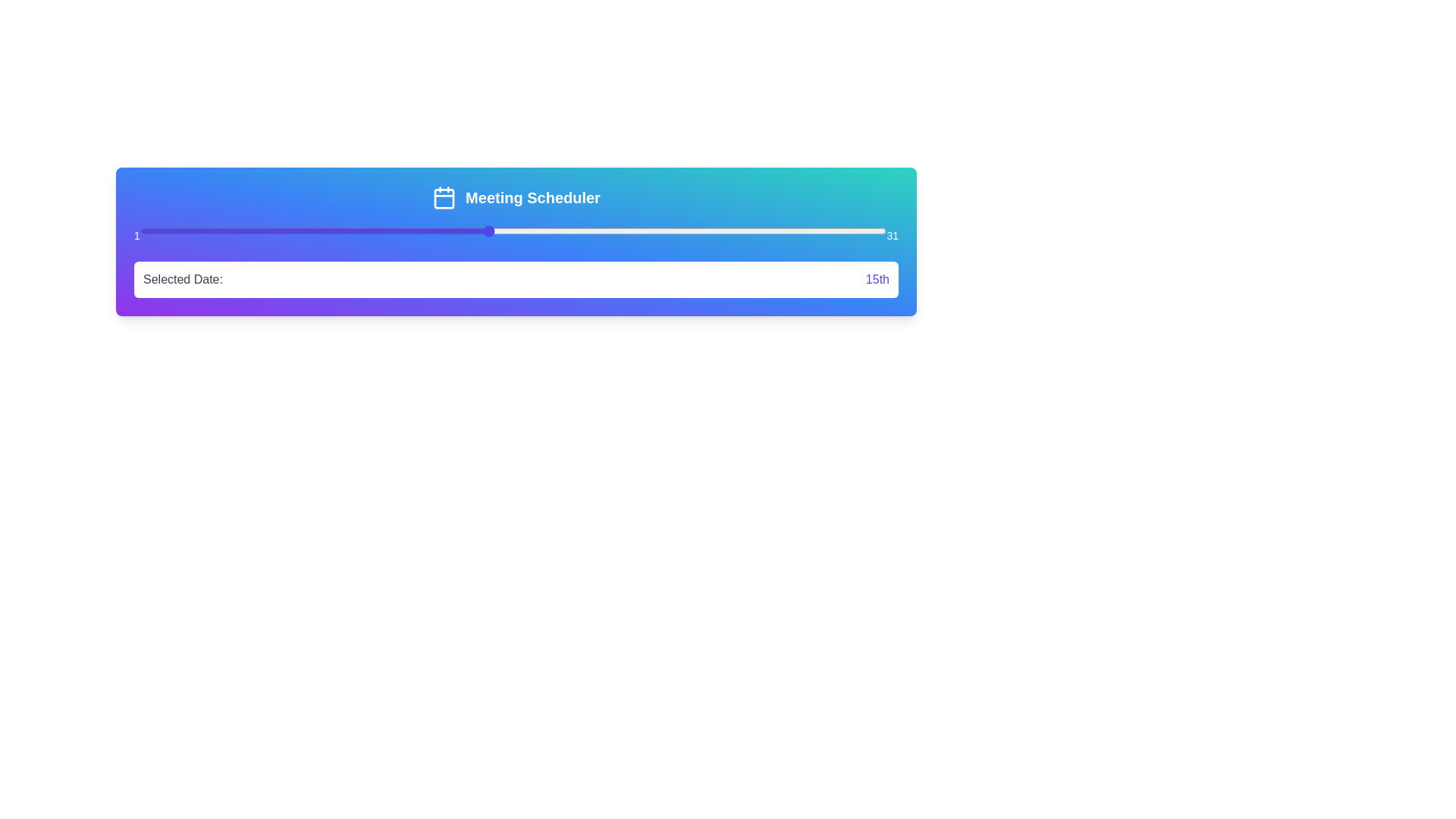 This screenshot has height=819, width=1456. I want to click on the text label displaying the date '15th' in the meeting scheduler interface, so click(877, 280).